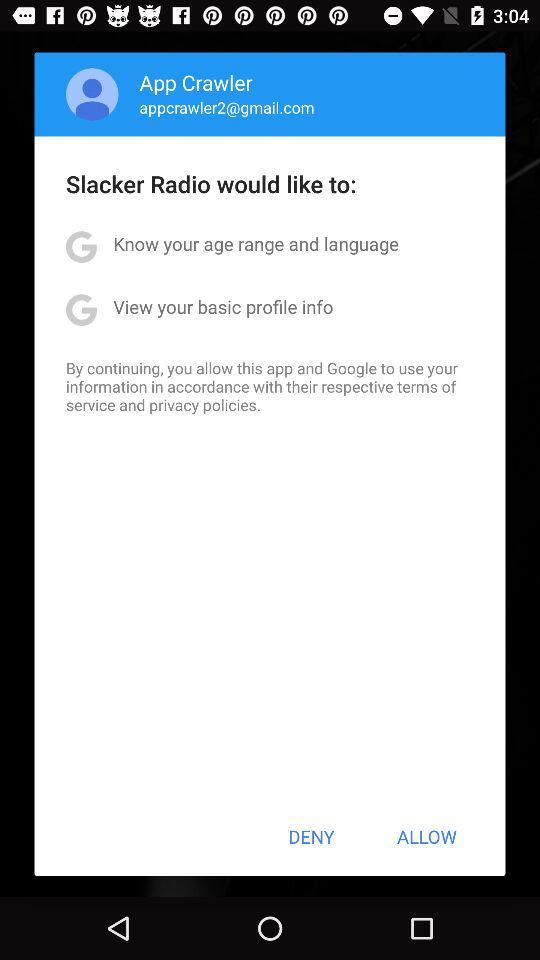 This screenshot has height=960, width=540. Describe the element at coordinates (226, 107) in the screenshot. I see `the appcrawler2@gmail.com app` at that location.